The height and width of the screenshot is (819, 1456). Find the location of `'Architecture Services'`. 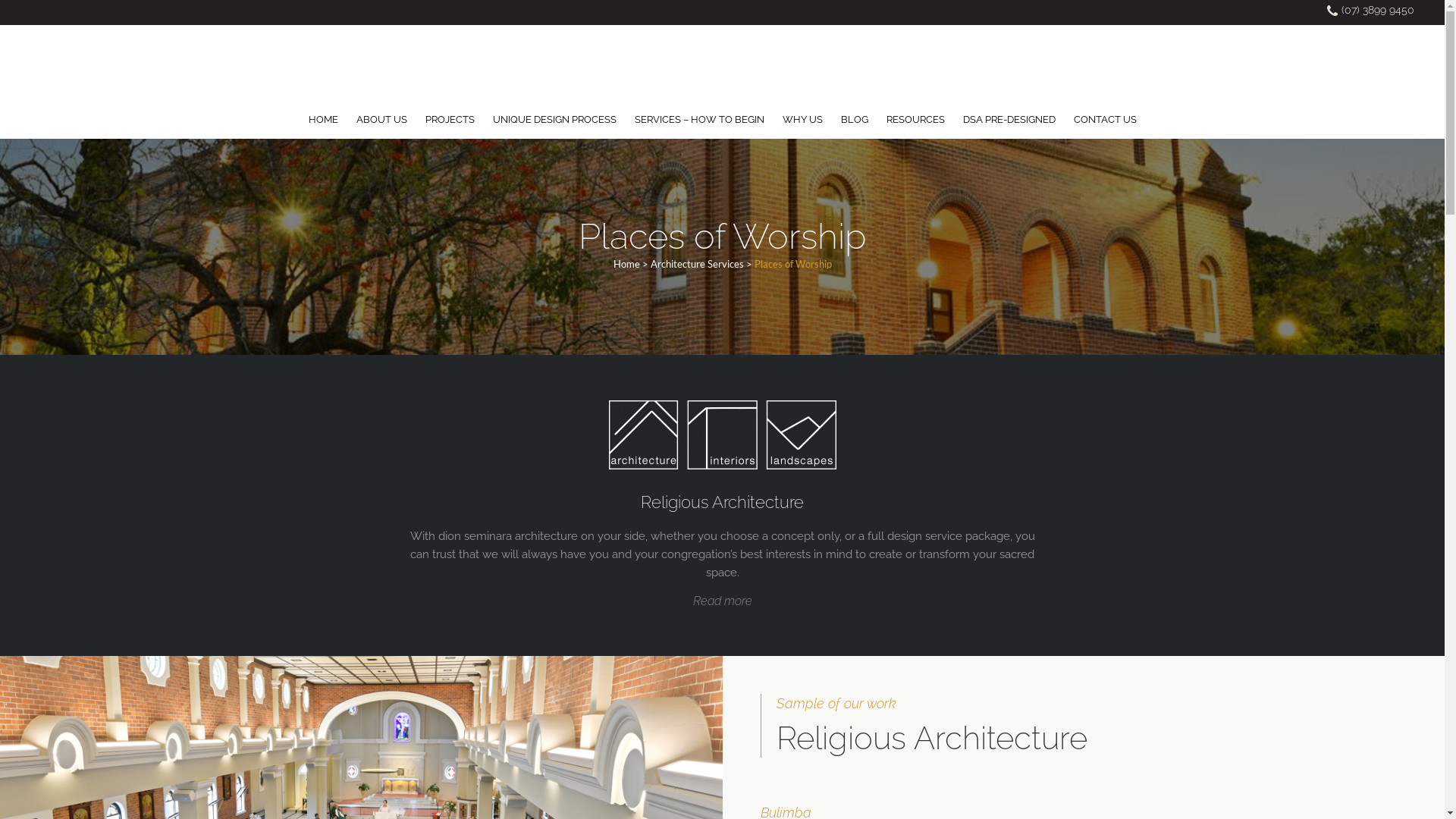

'Architecture Services' is located at coordinates (696, 262).